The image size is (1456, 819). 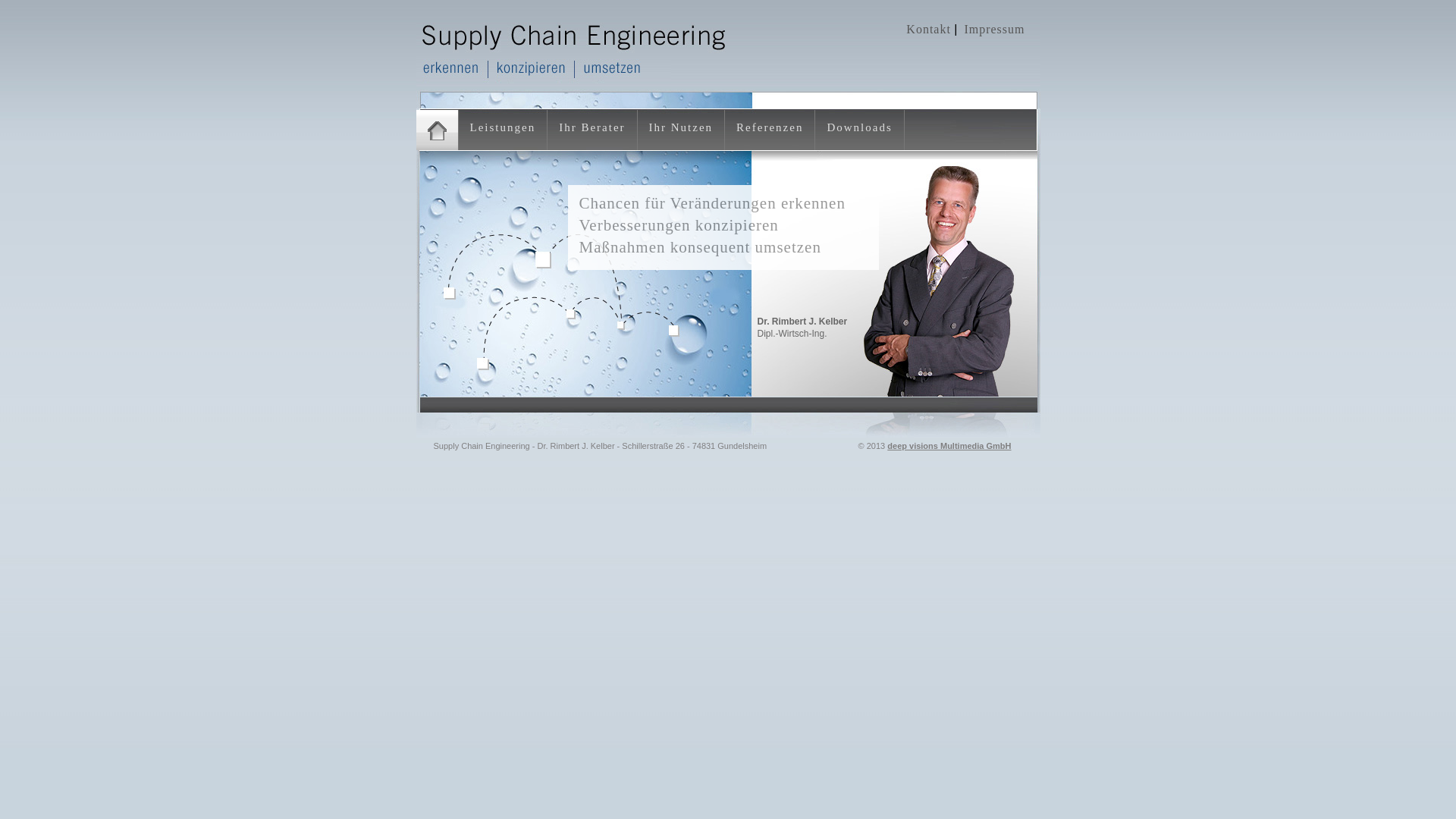 I want to click on 'deep visions Multimedia GmbH', so click(x=948, y=444).